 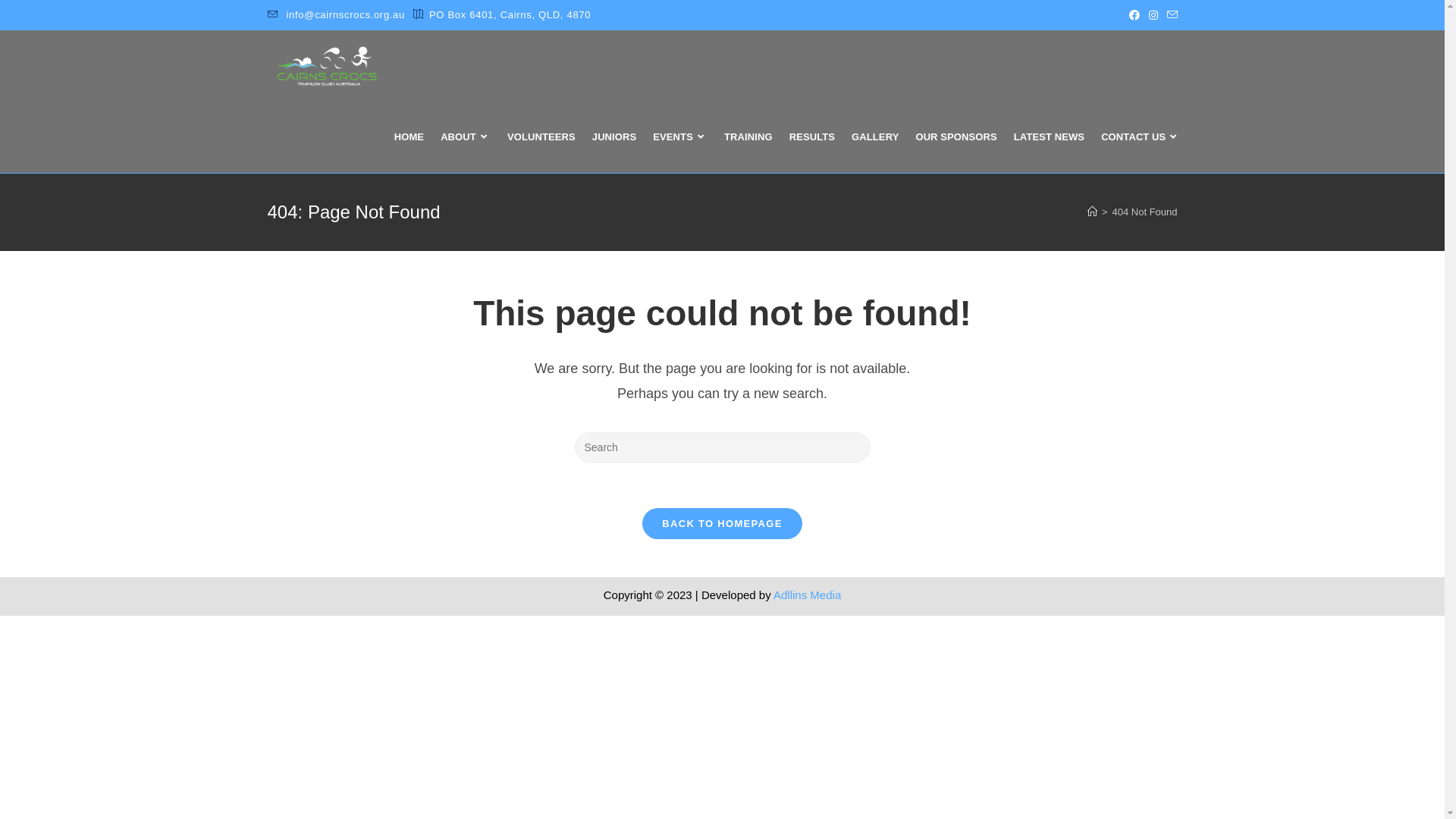 I want to click on 'OUR SPONSORS', so click(x=955, y=137).